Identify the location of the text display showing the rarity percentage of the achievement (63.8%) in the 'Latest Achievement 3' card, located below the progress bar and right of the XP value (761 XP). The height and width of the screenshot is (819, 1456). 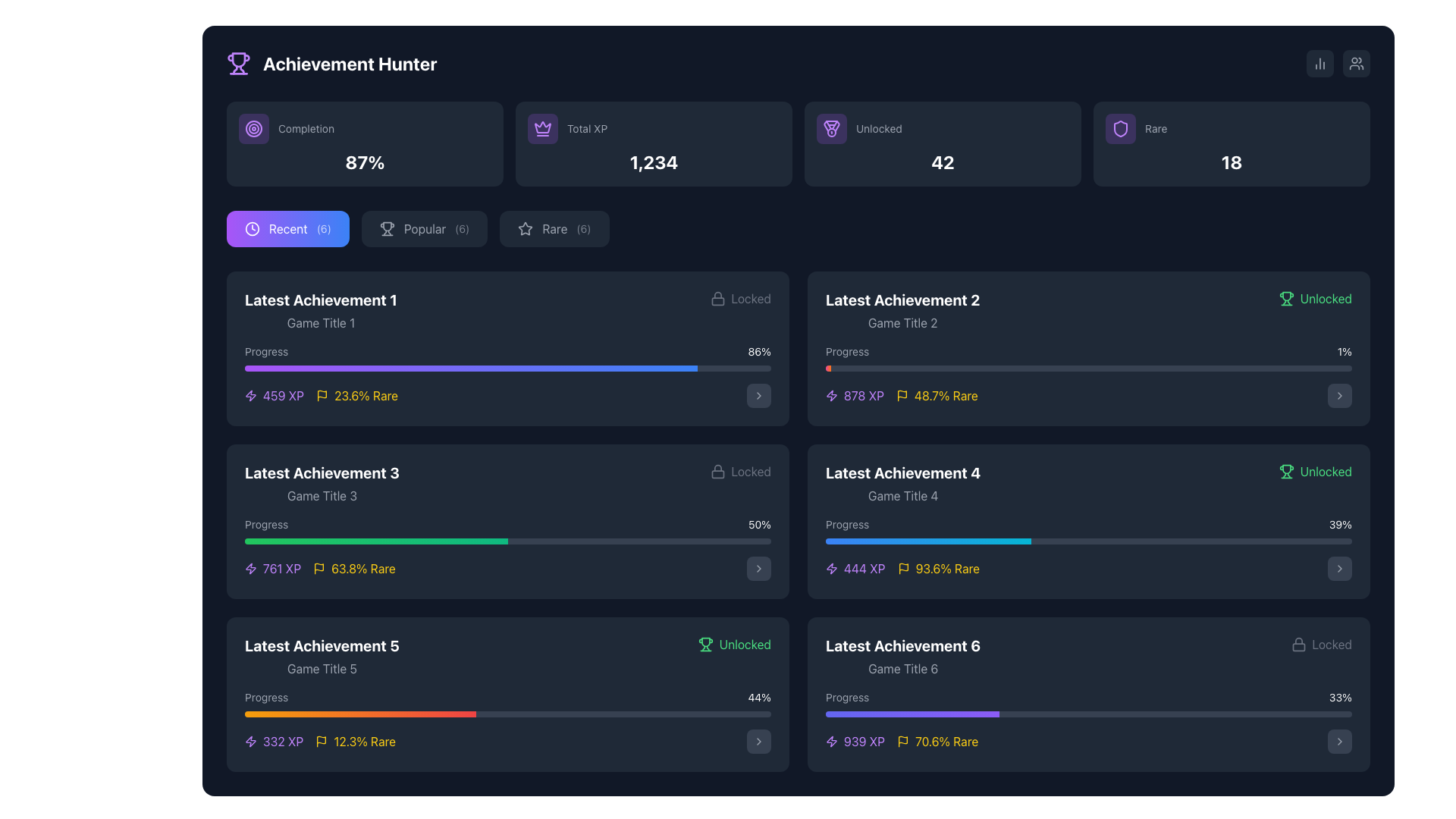
(362, 568).